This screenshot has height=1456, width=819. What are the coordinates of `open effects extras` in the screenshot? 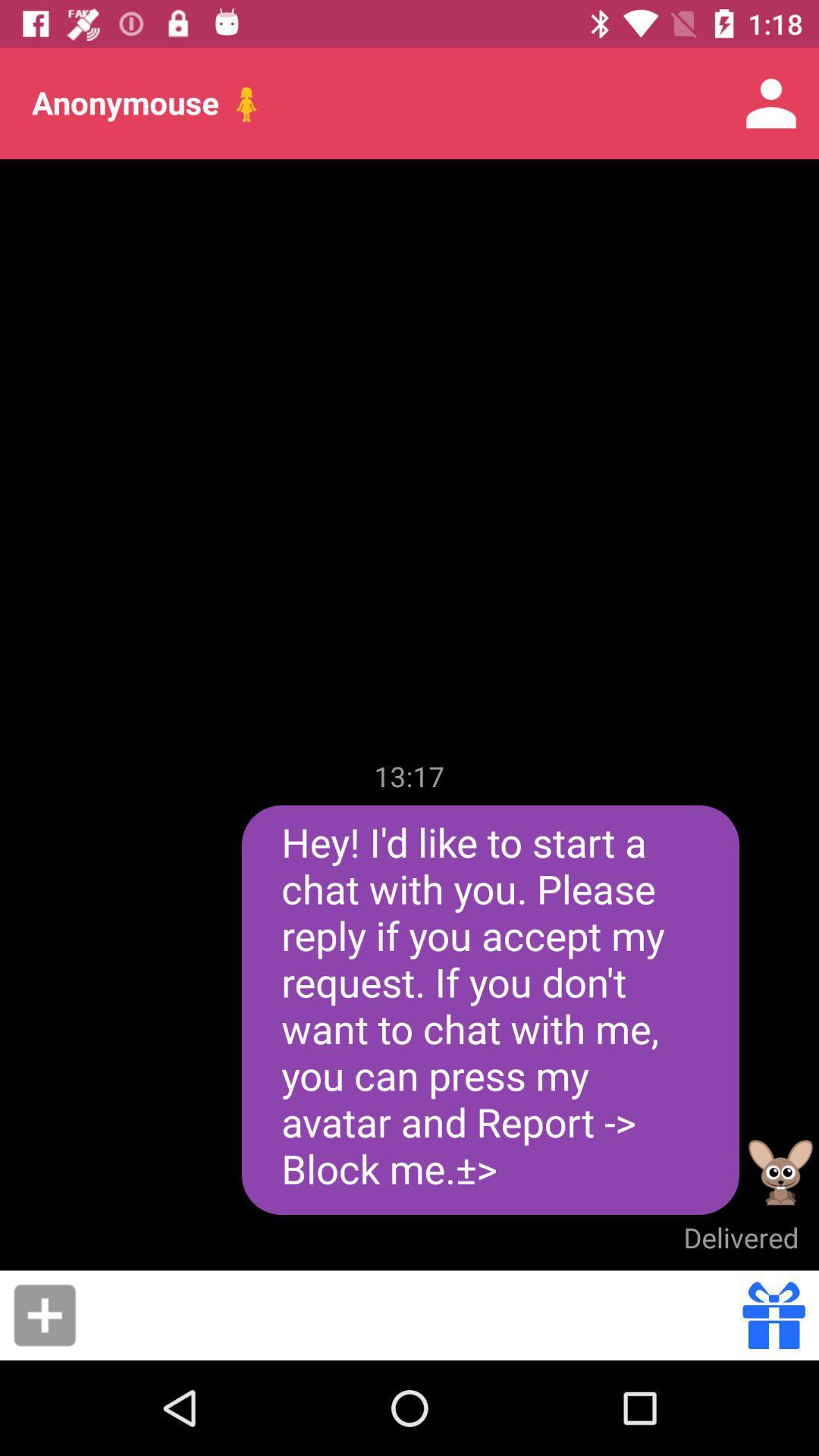 It's located at (773, 1314).